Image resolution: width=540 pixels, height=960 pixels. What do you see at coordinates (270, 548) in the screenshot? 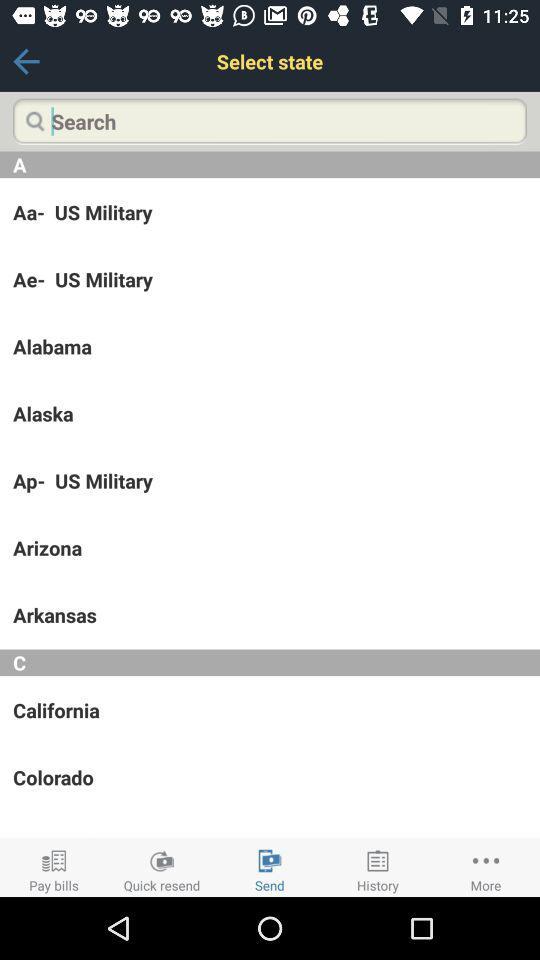
I see `the arizona icon` at bounding box center [270, 548].